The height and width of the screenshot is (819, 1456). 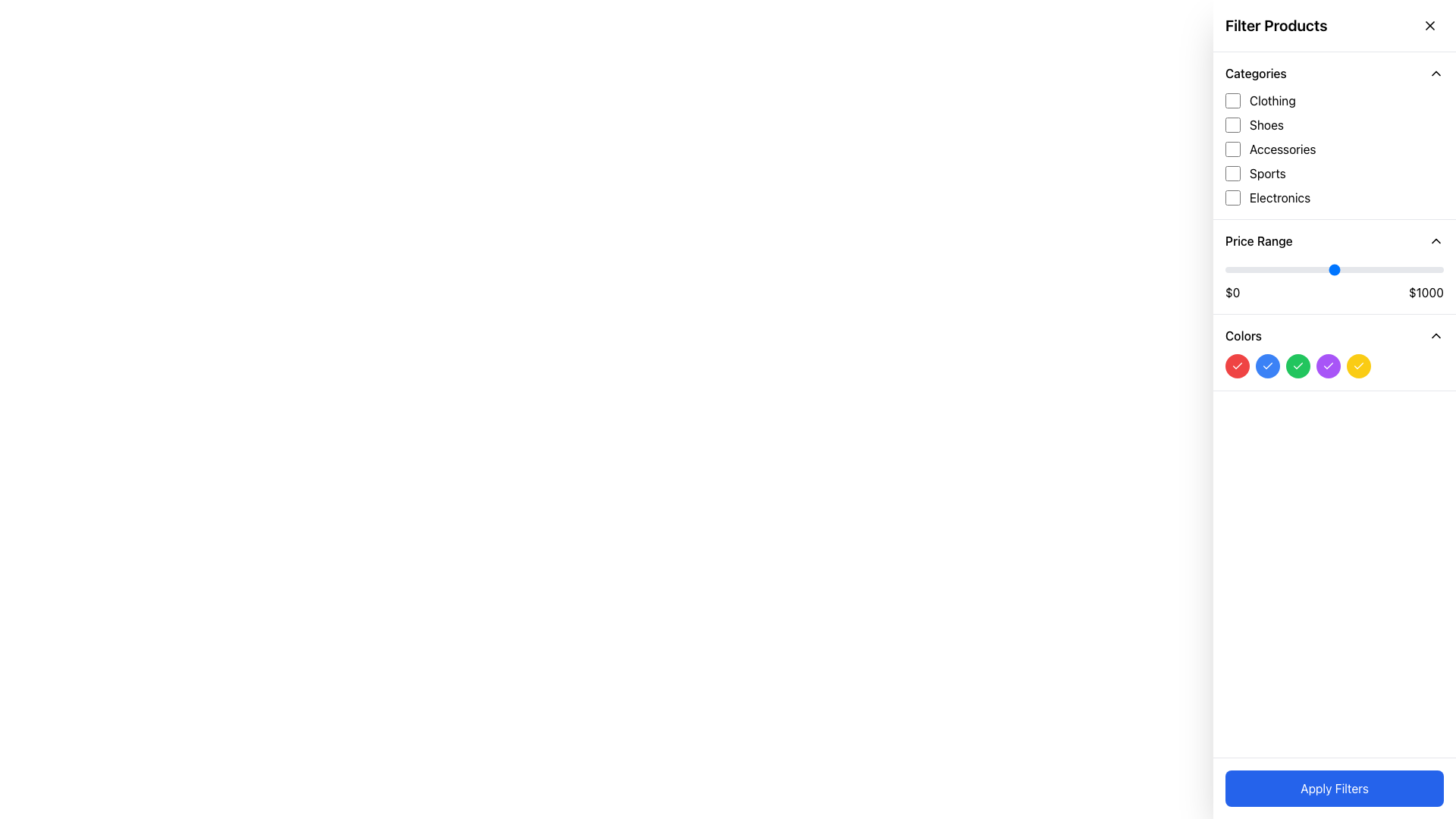 What do you see at coordinates (1244, 335) in the screenshot?
I see `the 'Colors' text label which is styled with a medium font-weight and serves as a category header in the 'Filter Products' panel under the 'Price Range' section` at bounding box center [1244, 335].